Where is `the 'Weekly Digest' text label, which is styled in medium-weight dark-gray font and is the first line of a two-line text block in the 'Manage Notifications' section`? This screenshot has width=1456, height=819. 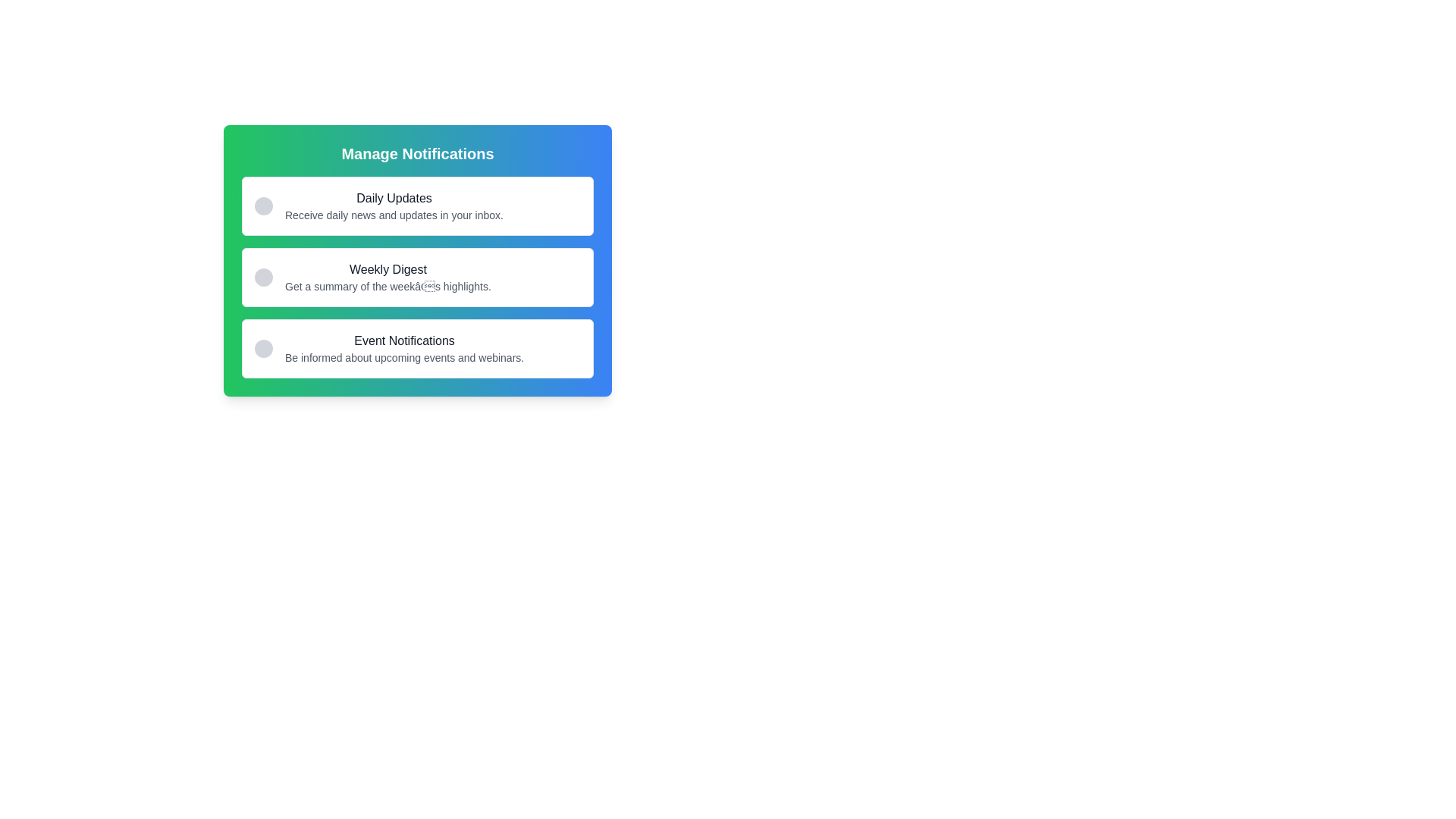
the 'Weekly Digest' text label, which is styled in medium-weight dark-gray font and is the first line of a two-line text block in the 'Manage Notifications' section is located at coordinates (388, 268).